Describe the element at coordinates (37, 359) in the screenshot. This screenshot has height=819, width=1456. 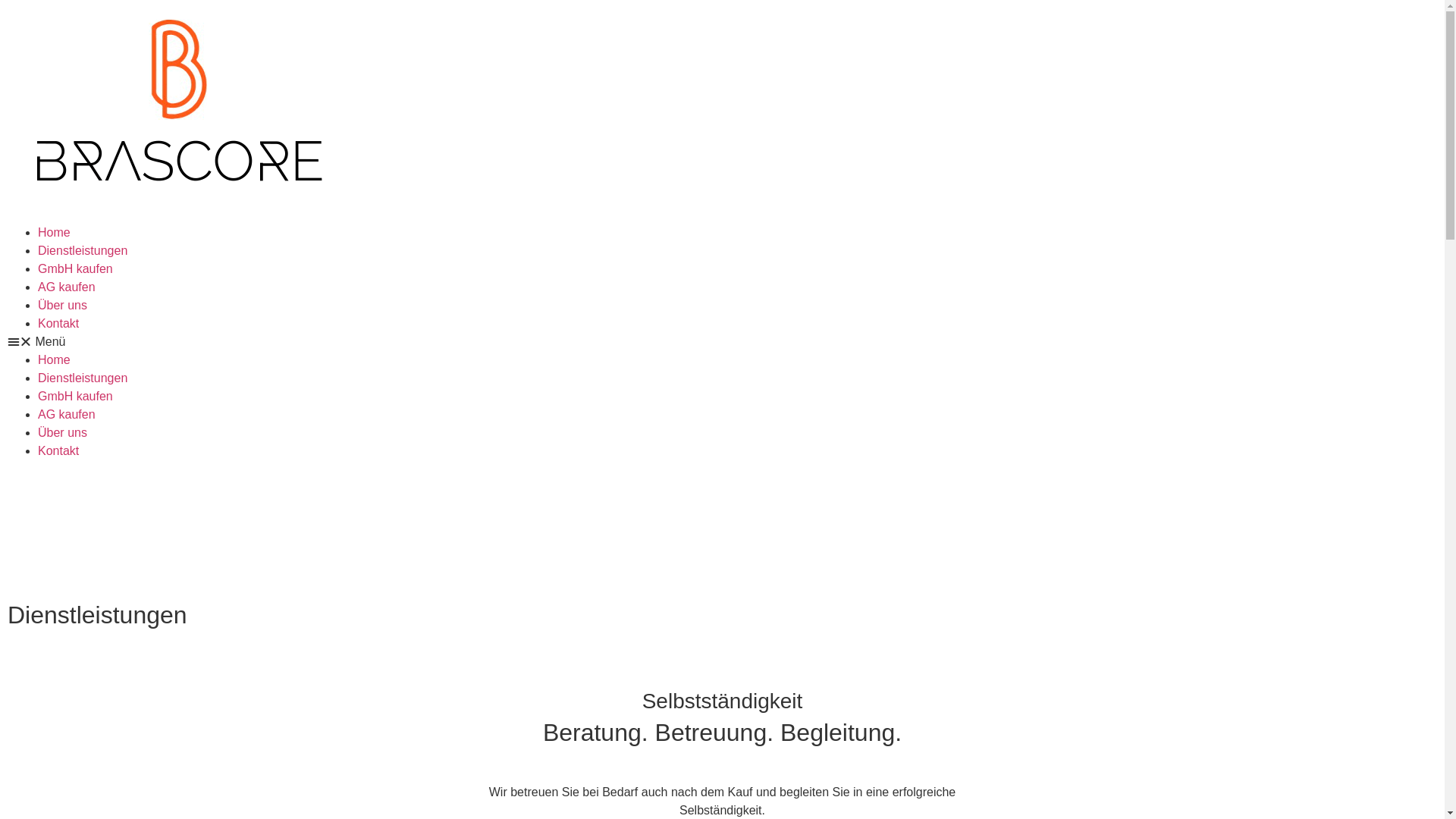
I see `'Home'` at that location.